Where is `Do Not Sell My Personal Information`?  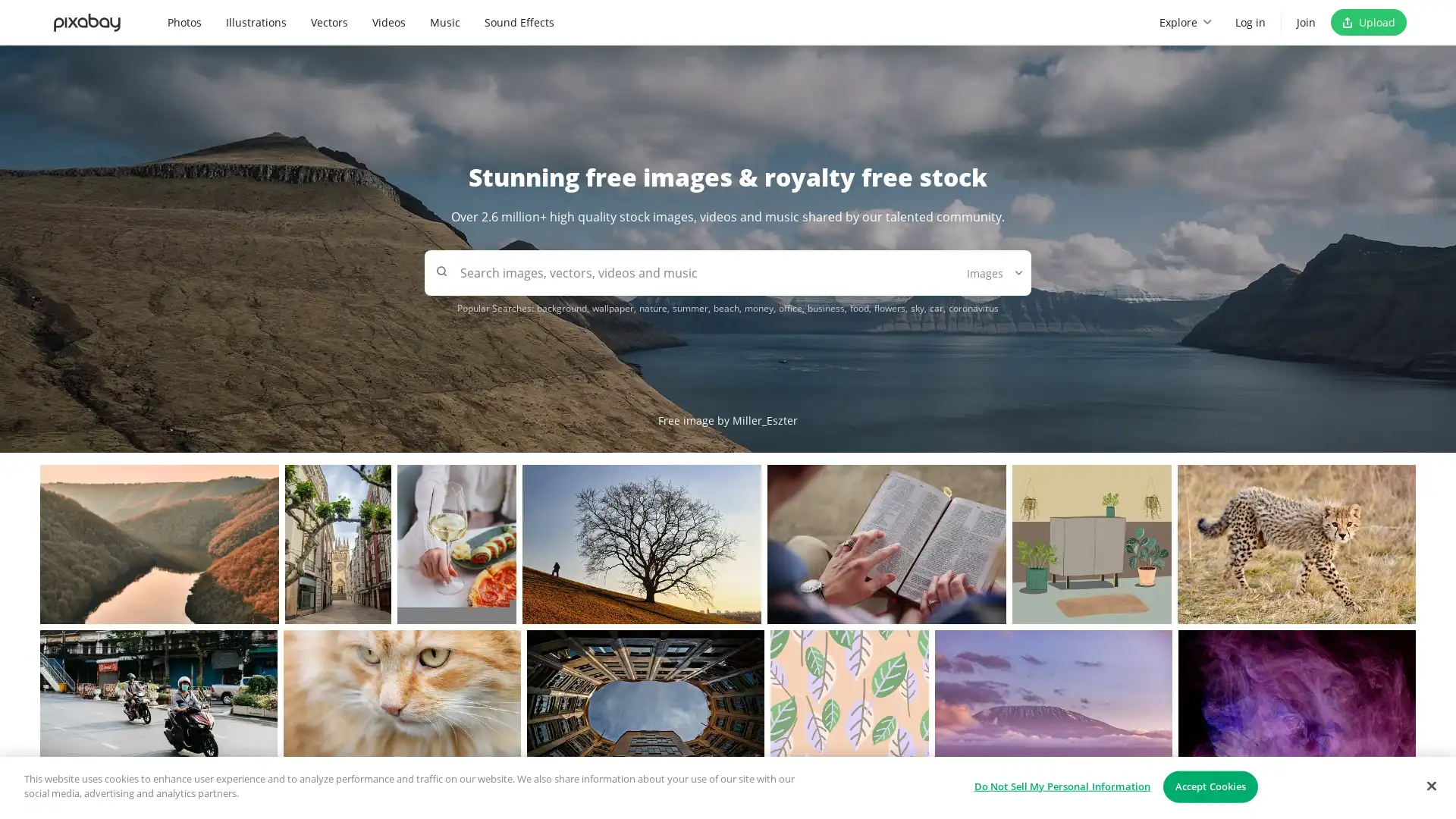
Do Not Sell My Personal Information is located at coordinates (1061, 786).